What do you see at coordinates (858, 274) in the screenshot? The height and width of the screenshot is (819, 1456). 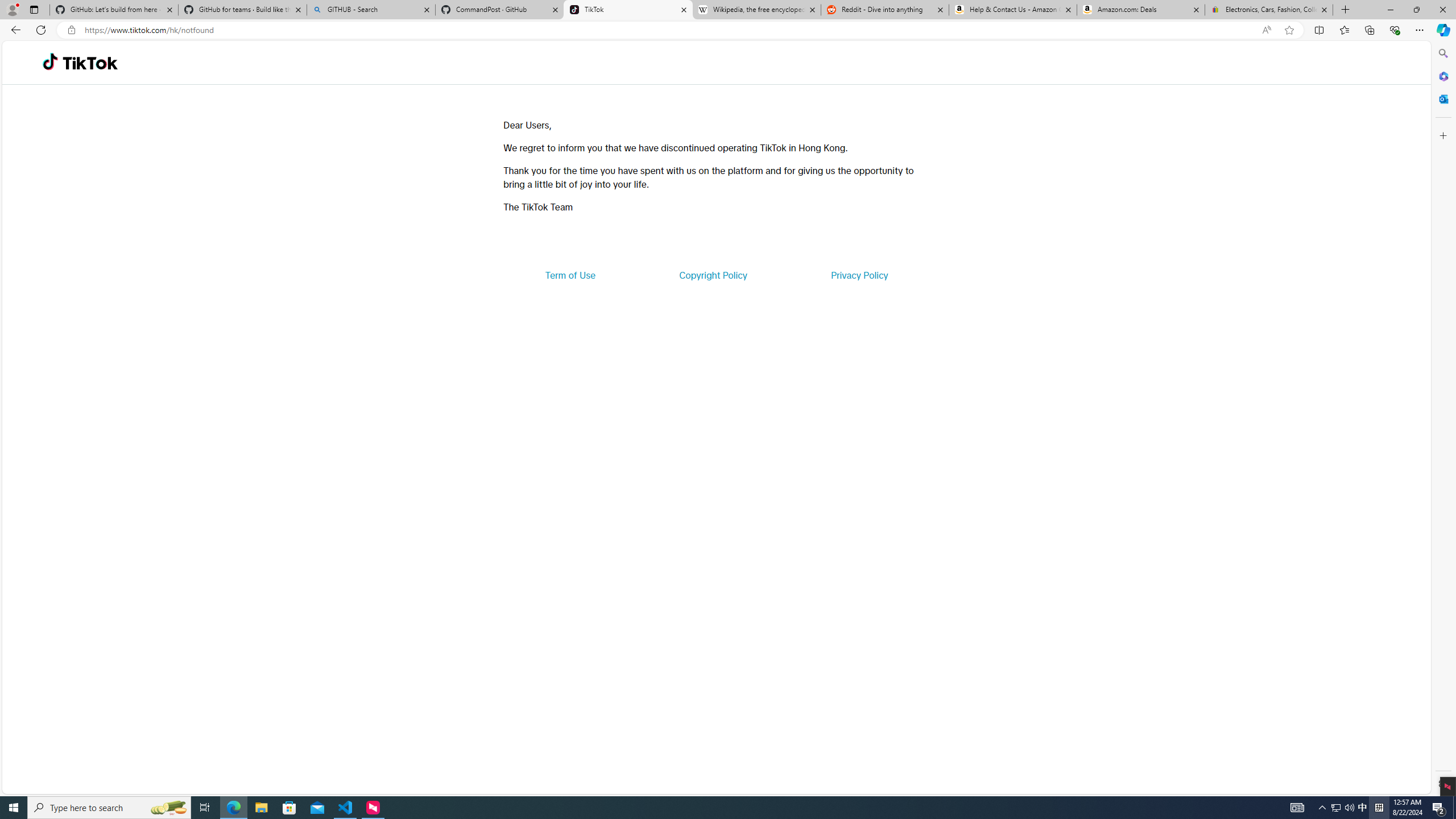 I see `'Privacy Policy'` at bounding box center [858, 274].